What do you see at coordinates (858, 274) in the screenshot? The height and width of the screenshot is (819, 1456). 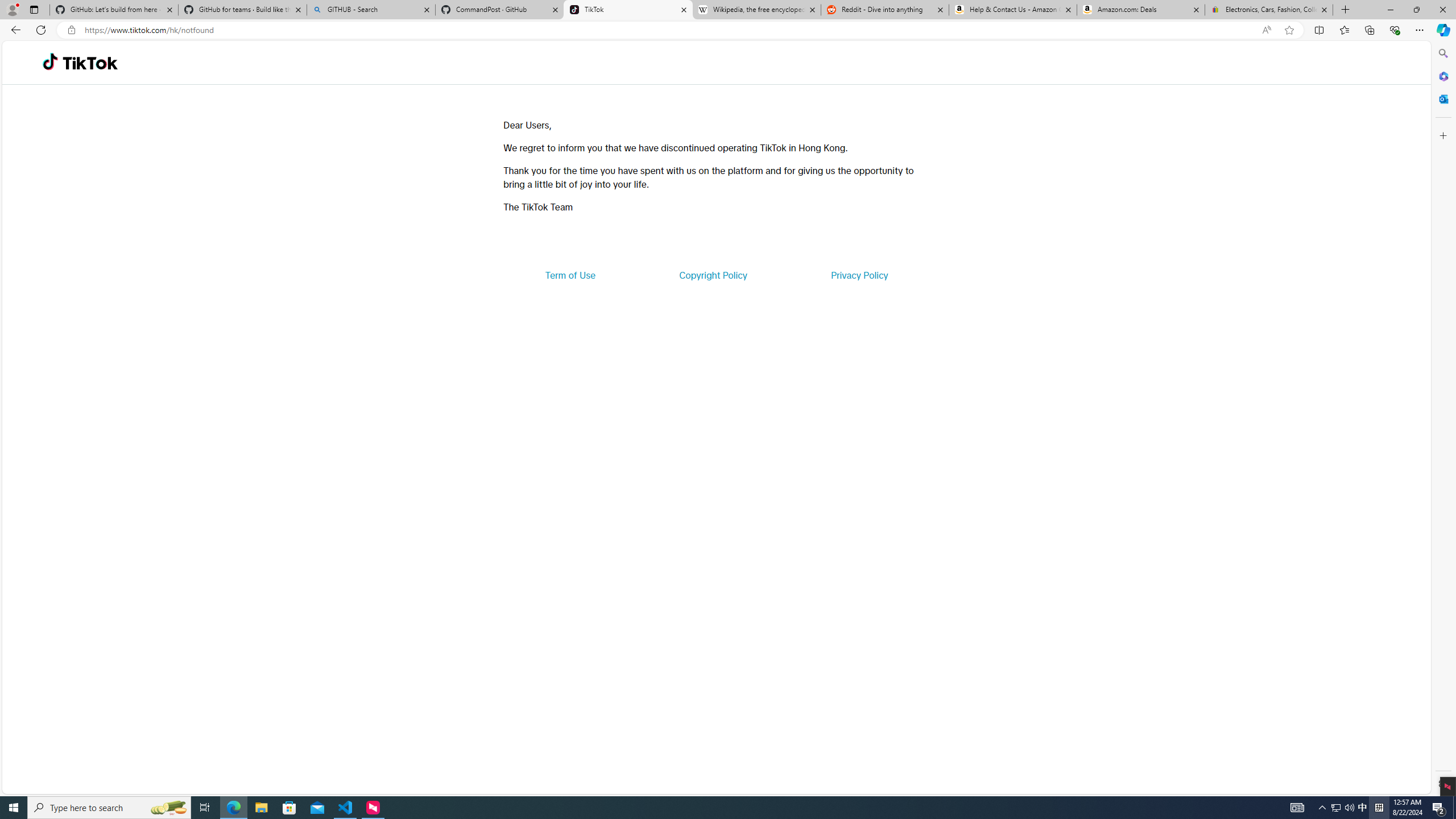 I see `'Privacy Policy'` at bounding box center [858, 274].